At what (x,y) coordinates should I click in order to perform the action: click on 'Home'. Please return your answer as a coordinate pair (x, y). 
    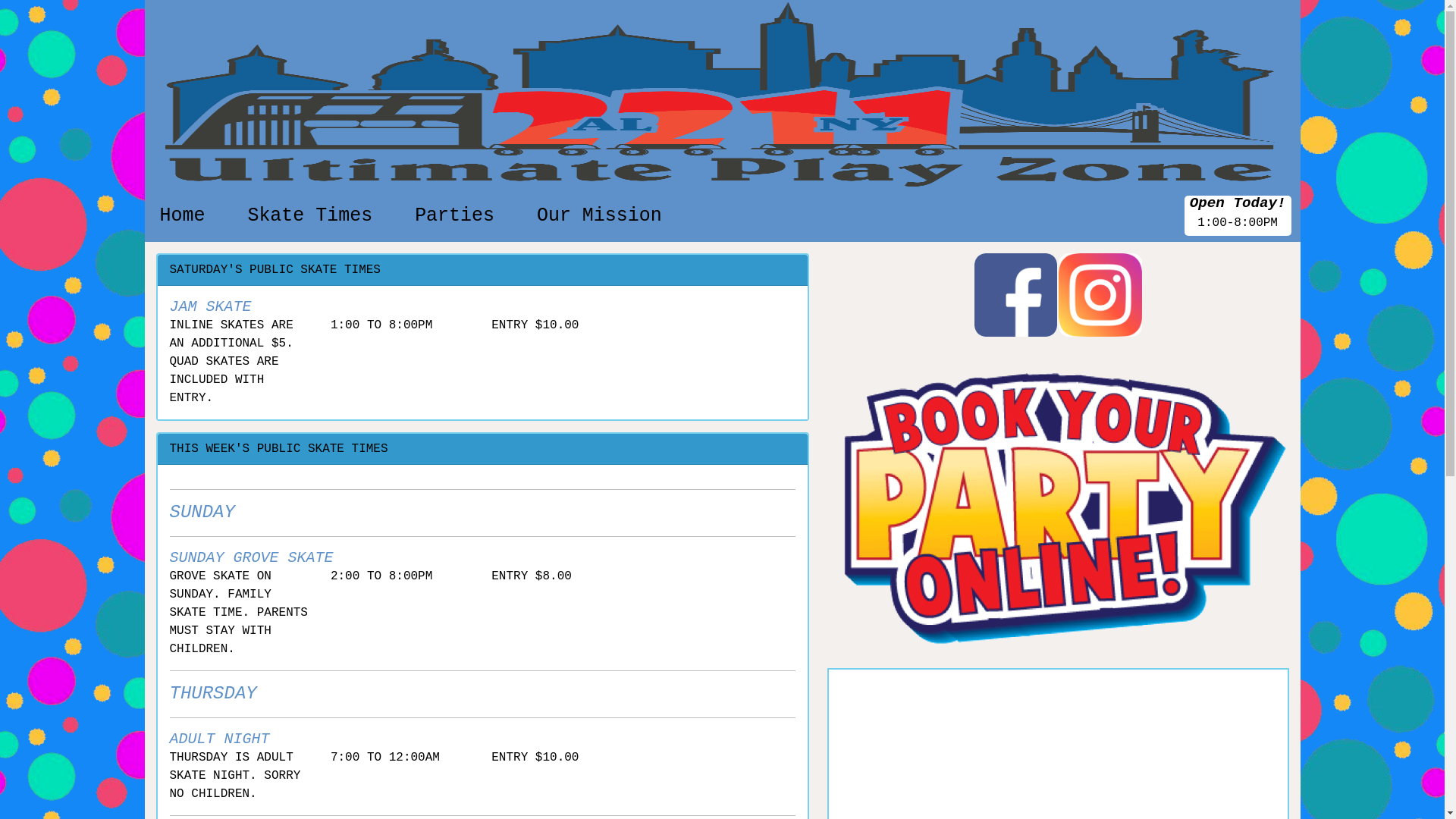
    Looking at the image, I should click on (182, 215).